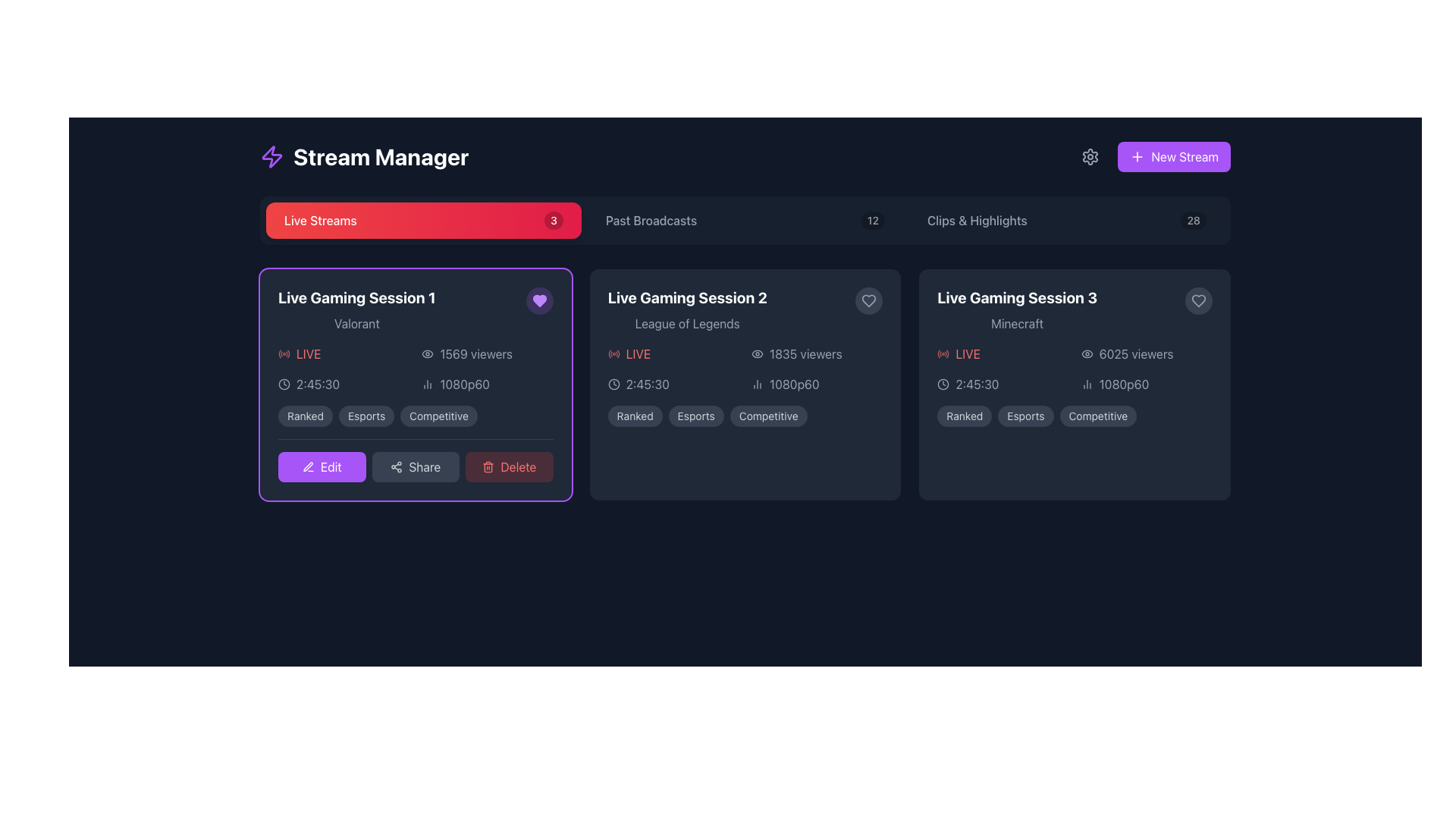  Describe the element at coordinates (423, 220) in the screenshot. I see `the 'Live Streams' button with a gradient background and a count of '3'` at that location.